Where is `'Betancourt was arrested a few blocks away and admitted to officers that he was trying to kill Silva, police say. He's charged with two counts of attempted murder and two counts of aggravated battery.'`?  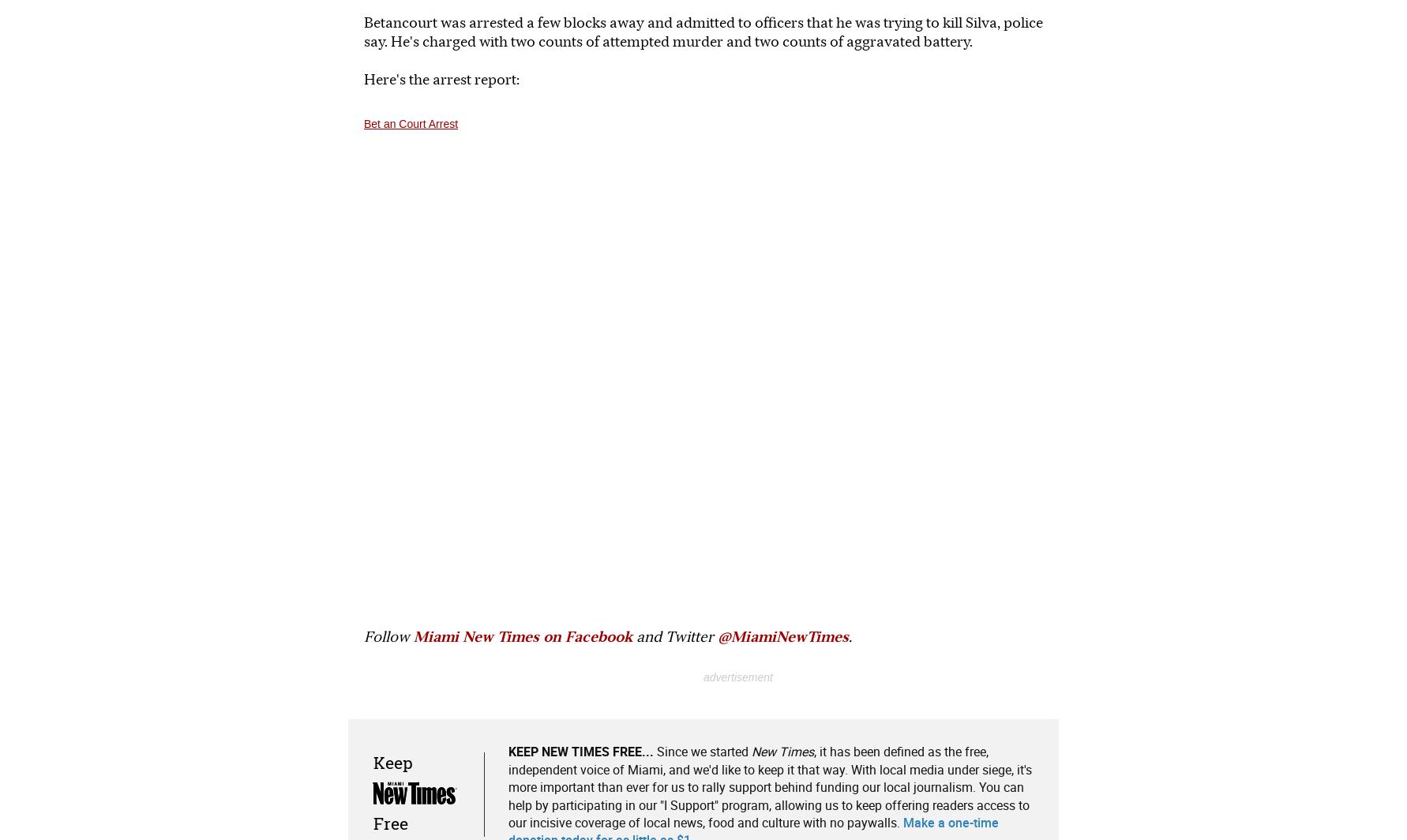
'Betancourt was arrested a few blocks away and admitted to officers that he was trying to kill Silva, police say. He's charged with two counts of attempted murder and two counts of aggravated battery.' is located at coordinates (703, 32).